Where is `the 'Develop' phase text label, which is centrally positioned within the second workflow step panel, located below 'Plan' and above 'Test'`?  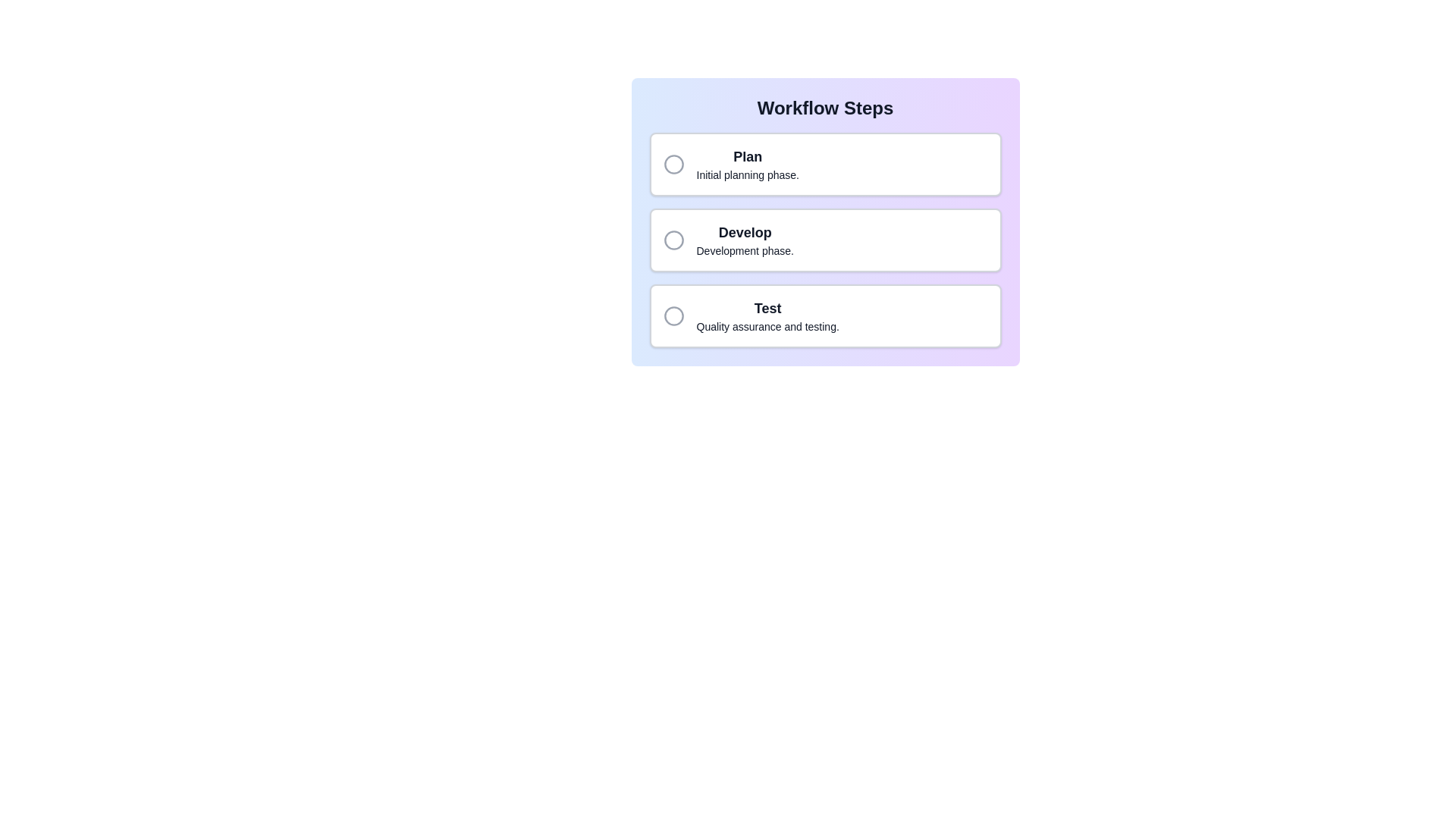
the 'Develop' phase text label, which is centrally positioned within the second workflow step panel, located below 'Plan' and above 'Test' is located at coordinates (745, 233).